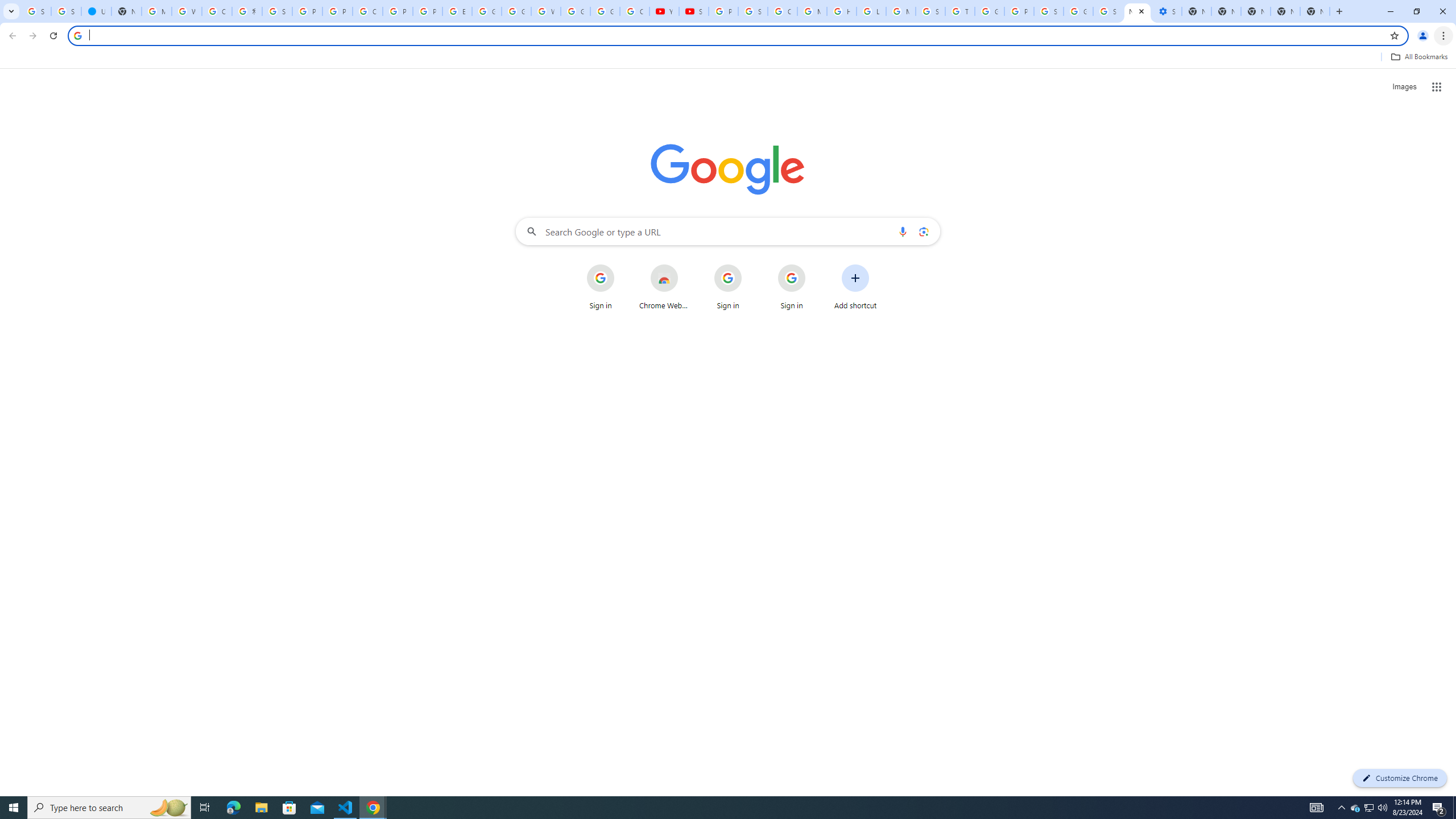 The height and width of the screenshot is (819, 1456). I want to click on 'New Tab', so click(1314, 11).